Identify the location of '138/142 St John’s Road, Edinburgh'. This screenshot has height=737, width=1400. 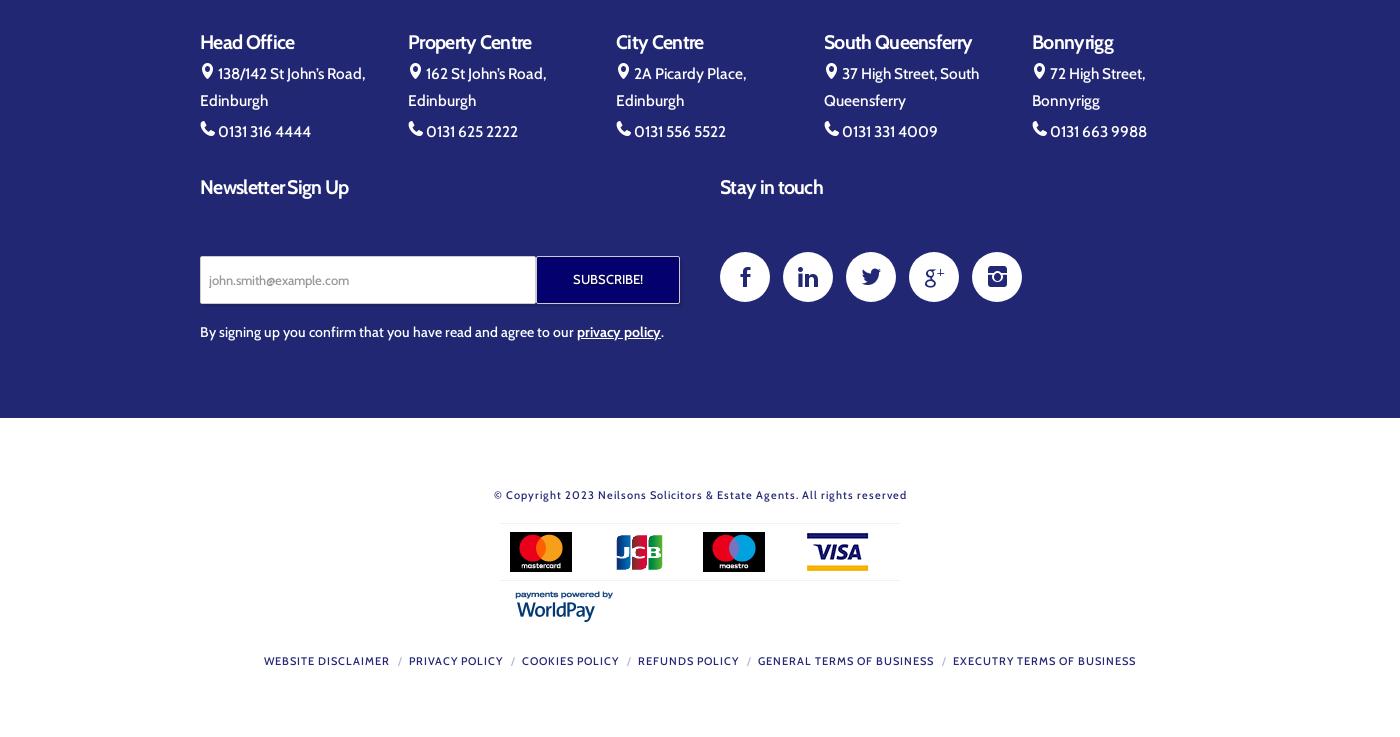
(282, 85).